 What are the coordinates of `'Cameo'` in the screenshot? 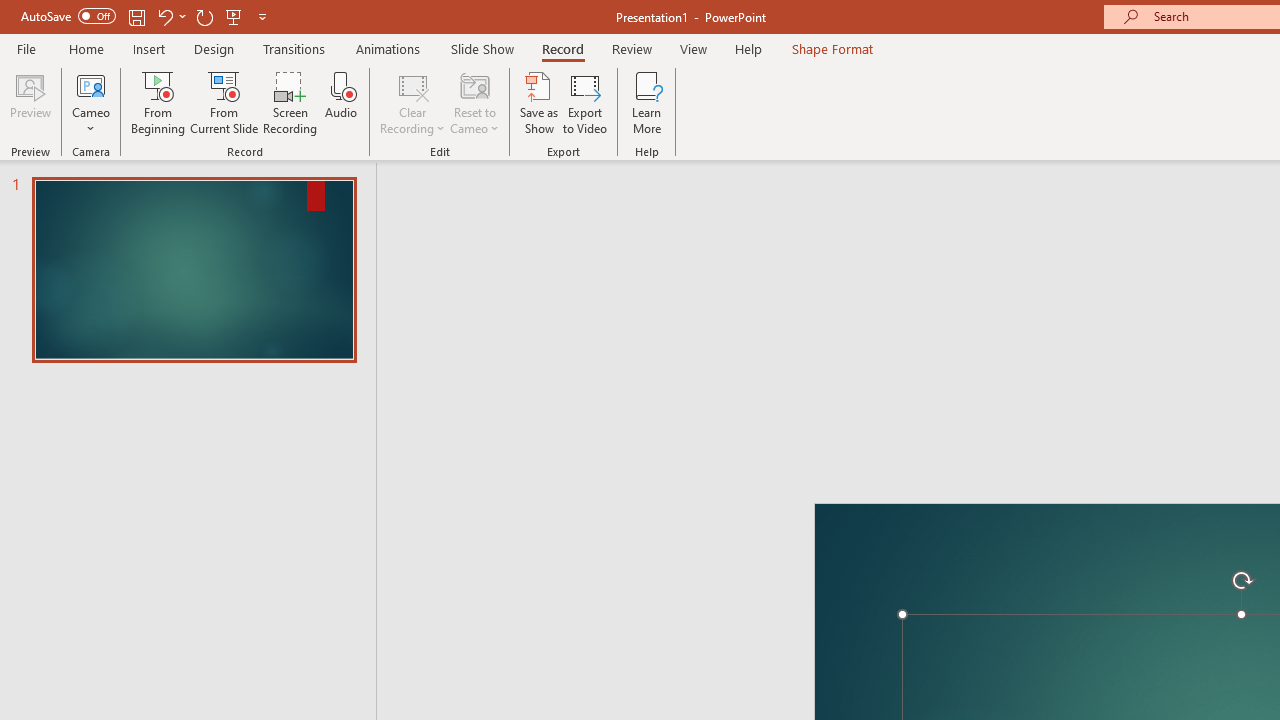 It's located at (90, 84).